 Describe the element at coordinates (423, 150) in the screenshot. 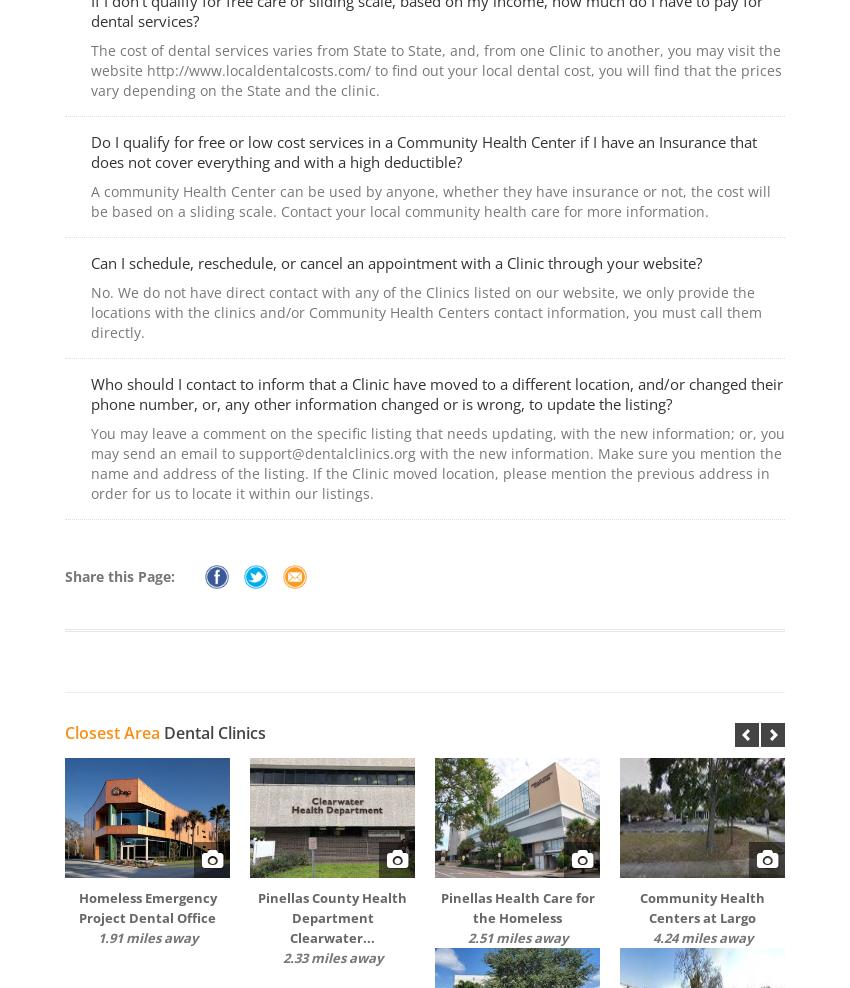

I see `'Do I qualify for free or low cost services in a Community Health Center if I have an Insurance that does not cover everything and with a high deductible?'` at that location.